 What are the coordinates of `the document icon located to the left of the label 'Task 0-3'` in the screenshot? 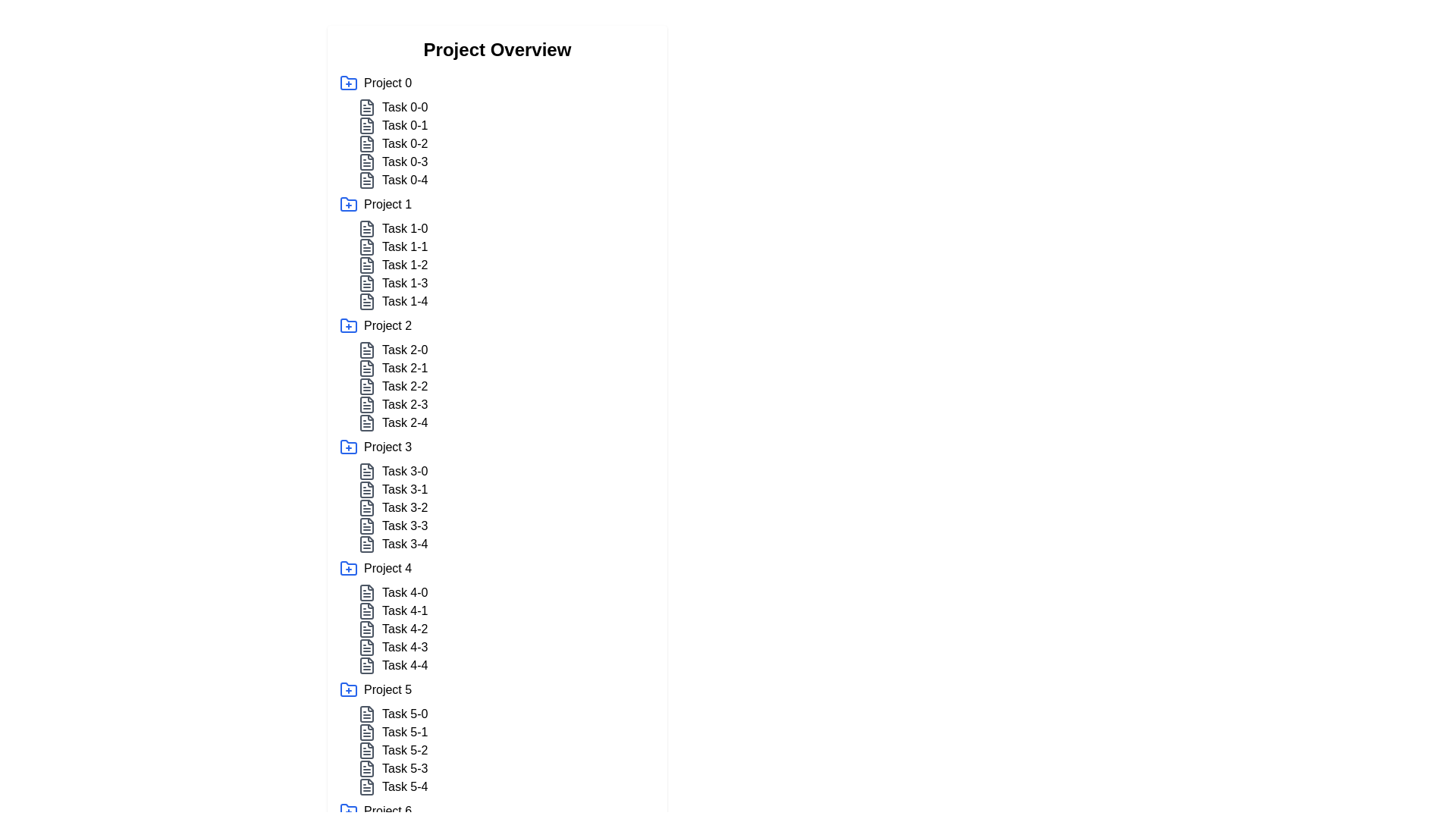 It's located at (367, 162).